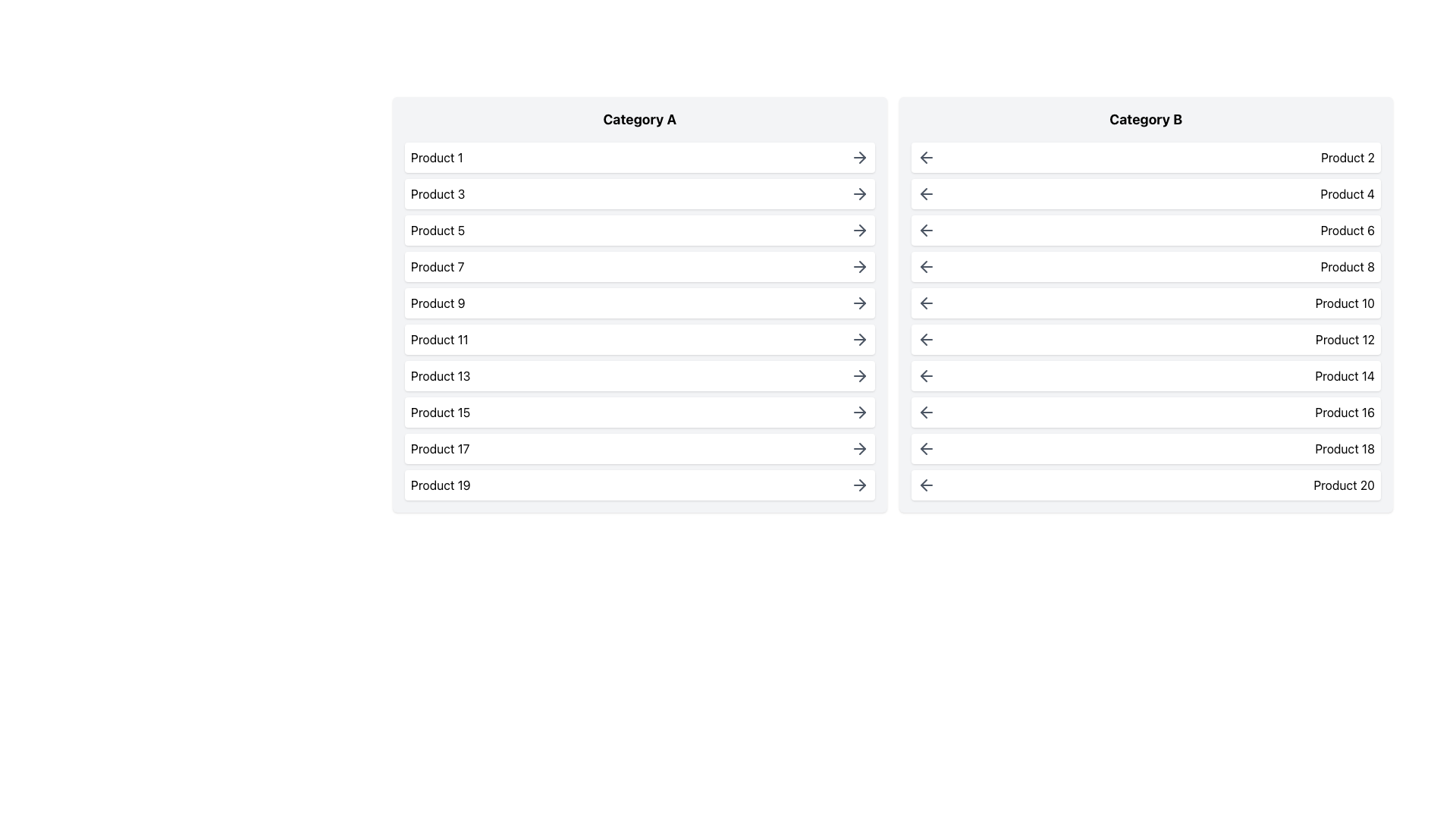 This screenshot has width=1456, height=819. What do you see at coordinates (923, 193) in the screenshot?
I see `the left-facing arrow icon associated with 'Product 4' in 'Category B'` at bounding box center [923, 193].